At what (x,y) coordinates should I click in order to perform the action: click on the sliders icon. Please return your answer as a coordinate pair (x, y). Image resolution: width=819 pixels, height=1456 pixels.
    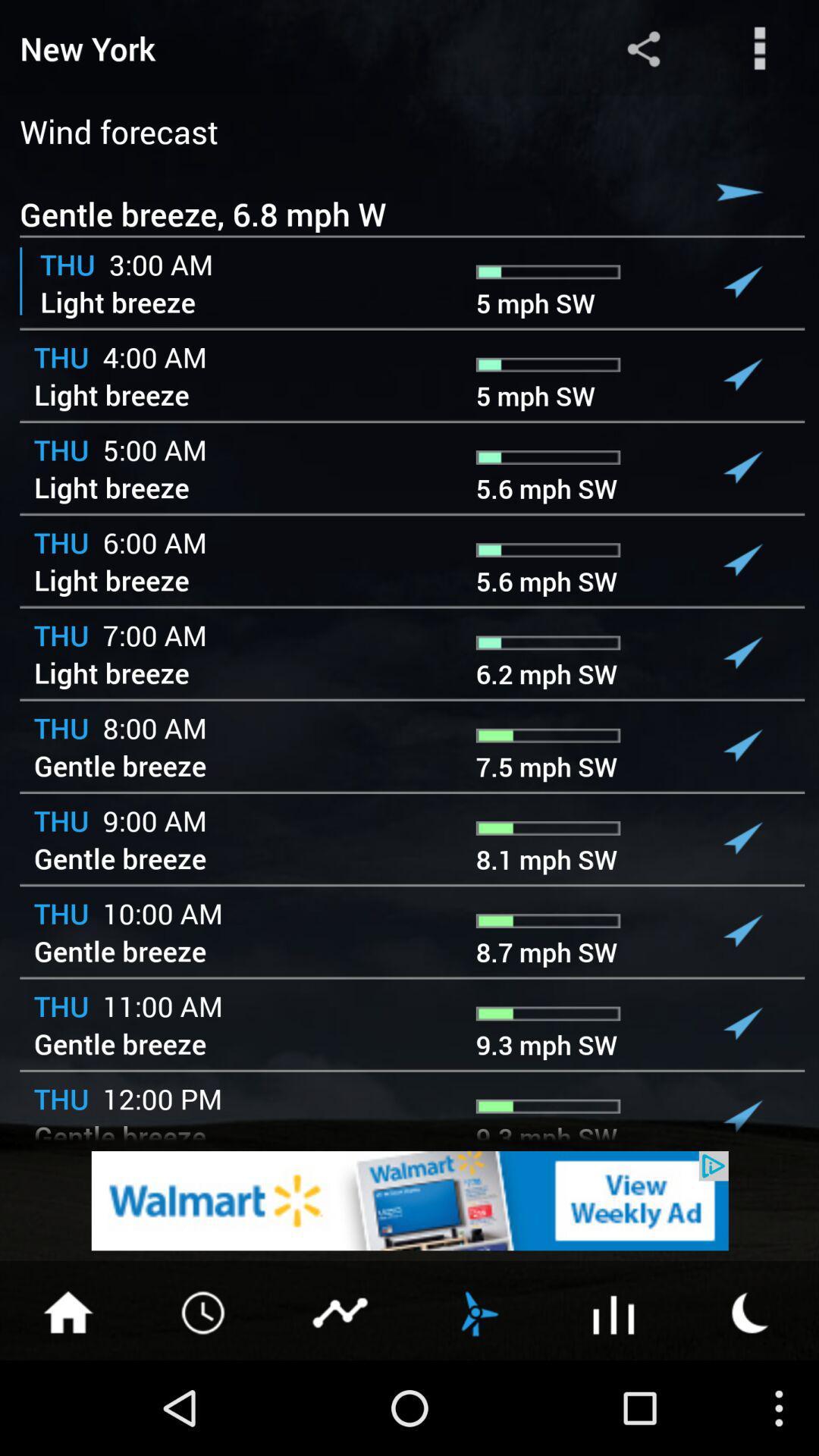
    Looking at the image, I should click on (614, 1402).